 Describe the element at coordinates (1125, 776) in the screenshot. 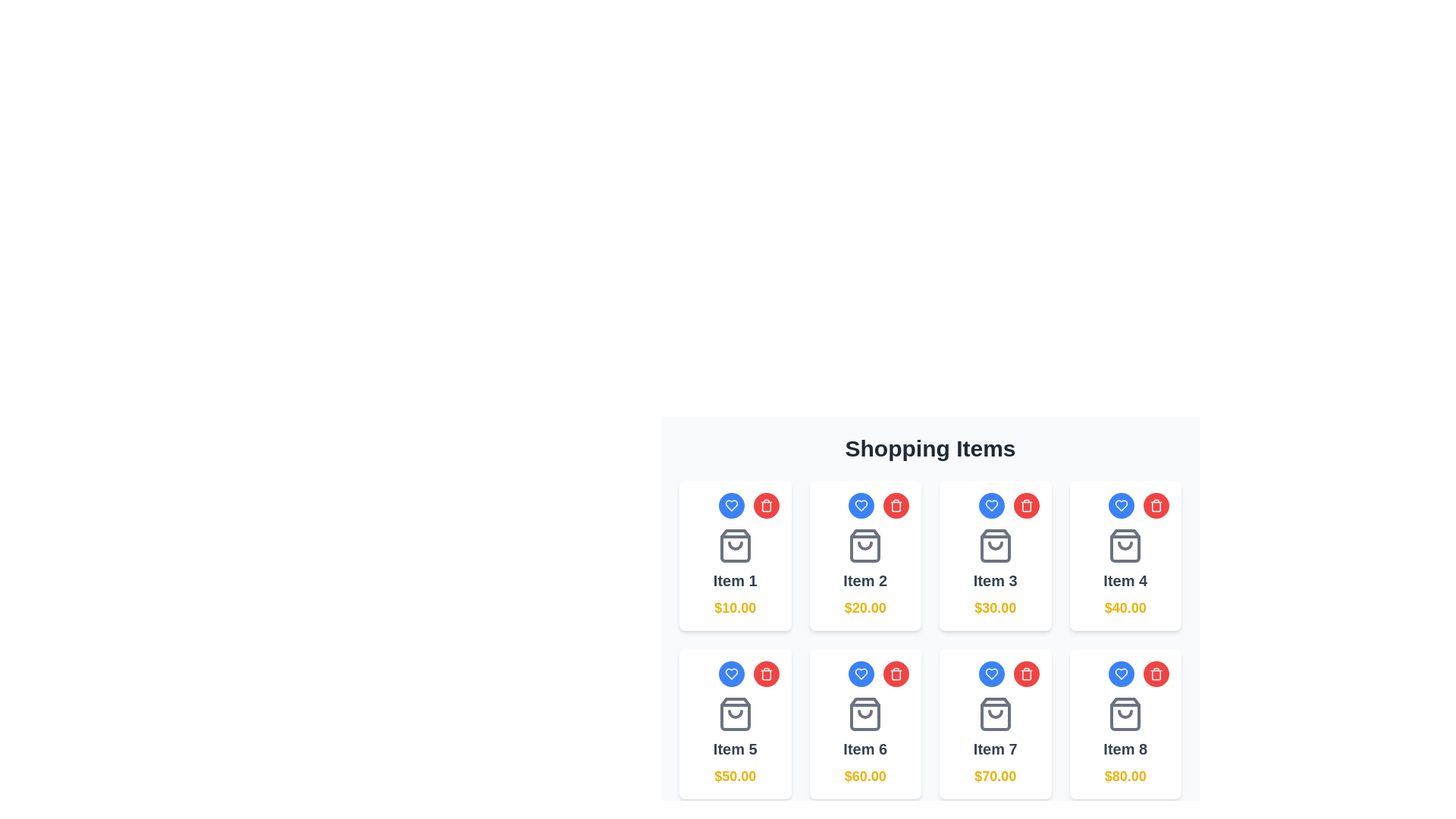

I see `price information displayed for 'Item 8', which is located directly below the item title in the shopping interface` at that location.